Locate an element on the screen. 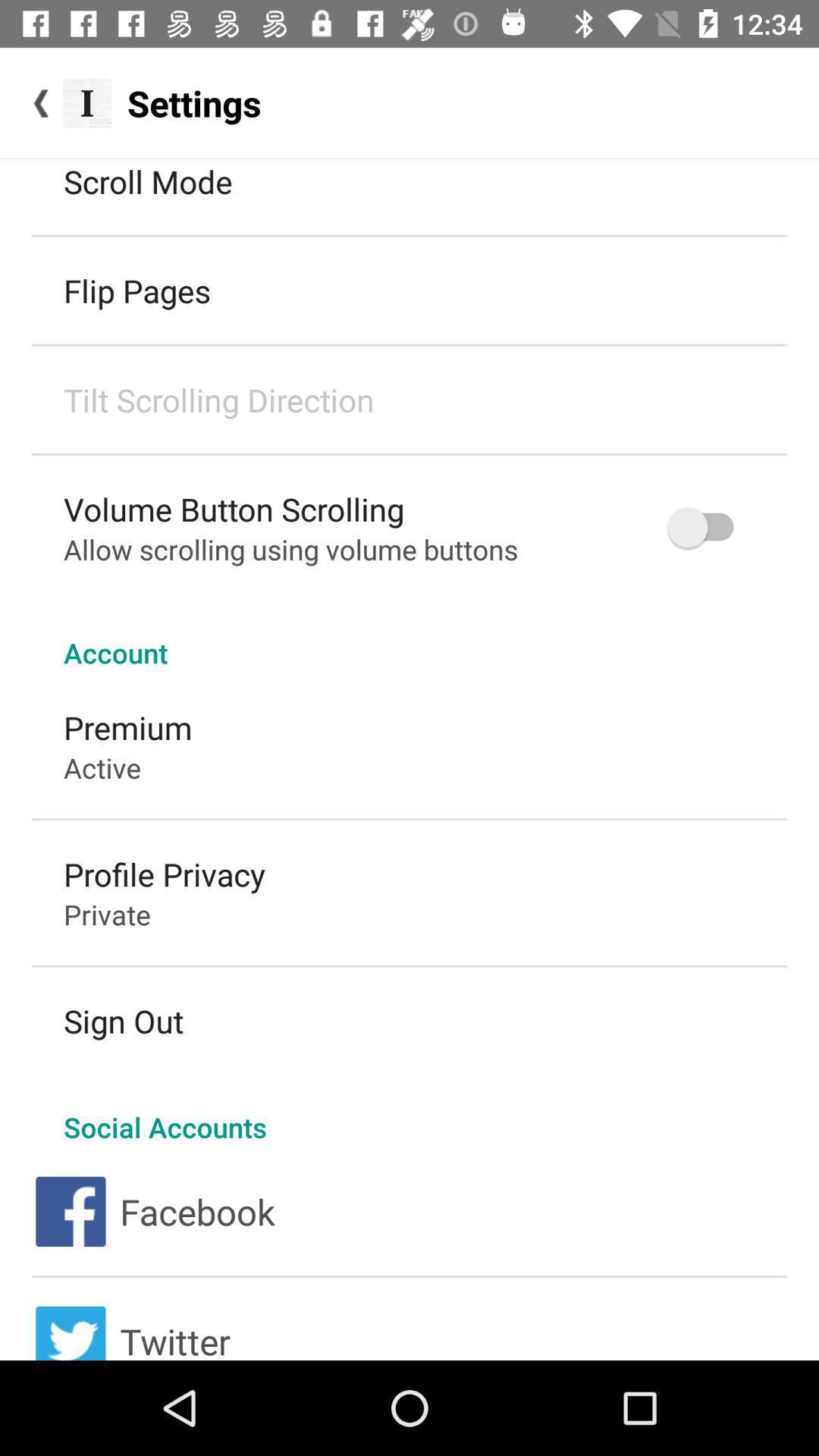 This screenshot has height=1456, width=819. item to the right of the allow scrolling using item is located at coordinates (708, 527).